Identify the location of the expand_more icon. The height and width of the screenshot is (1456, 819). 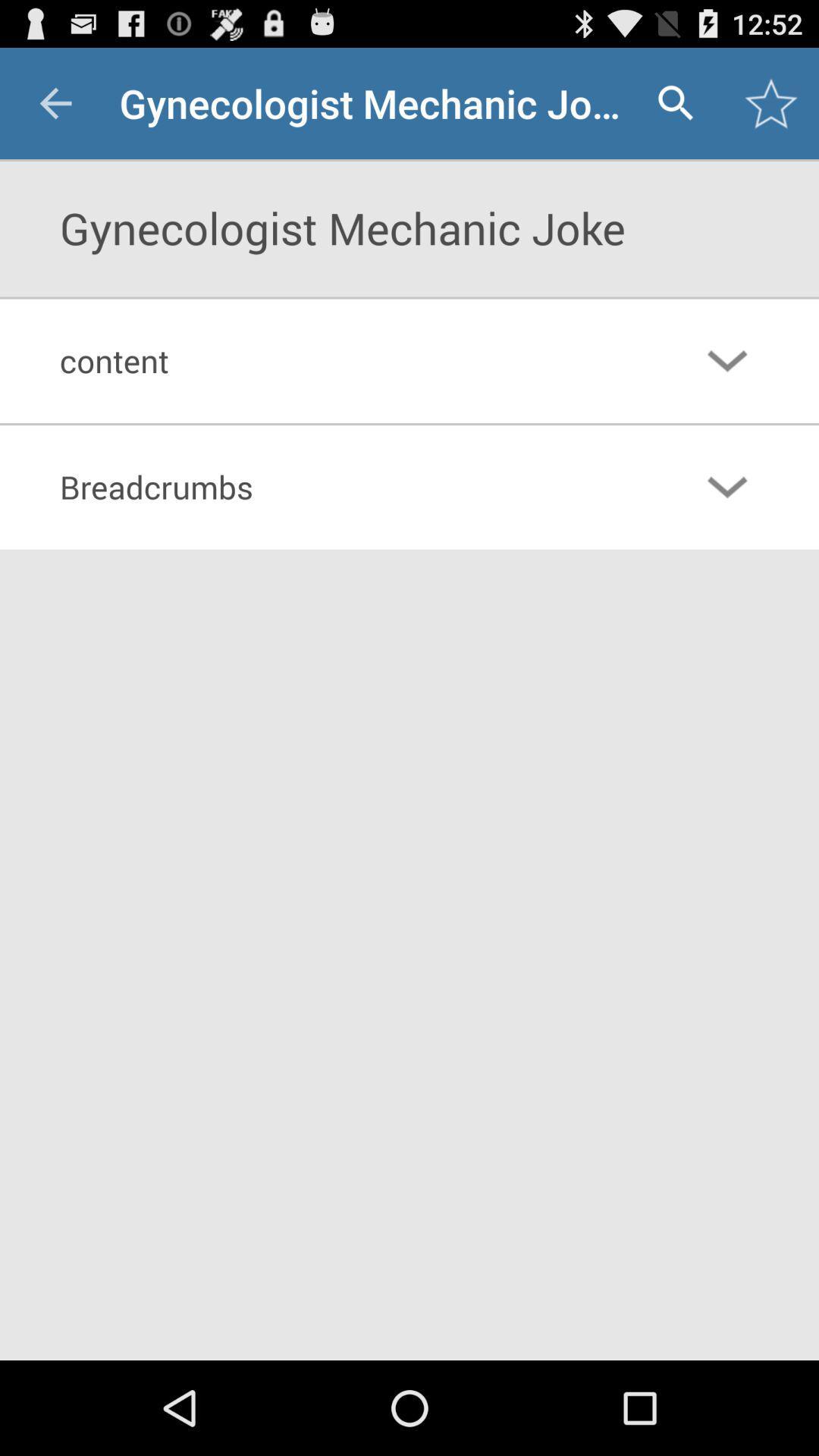
(726, 386).